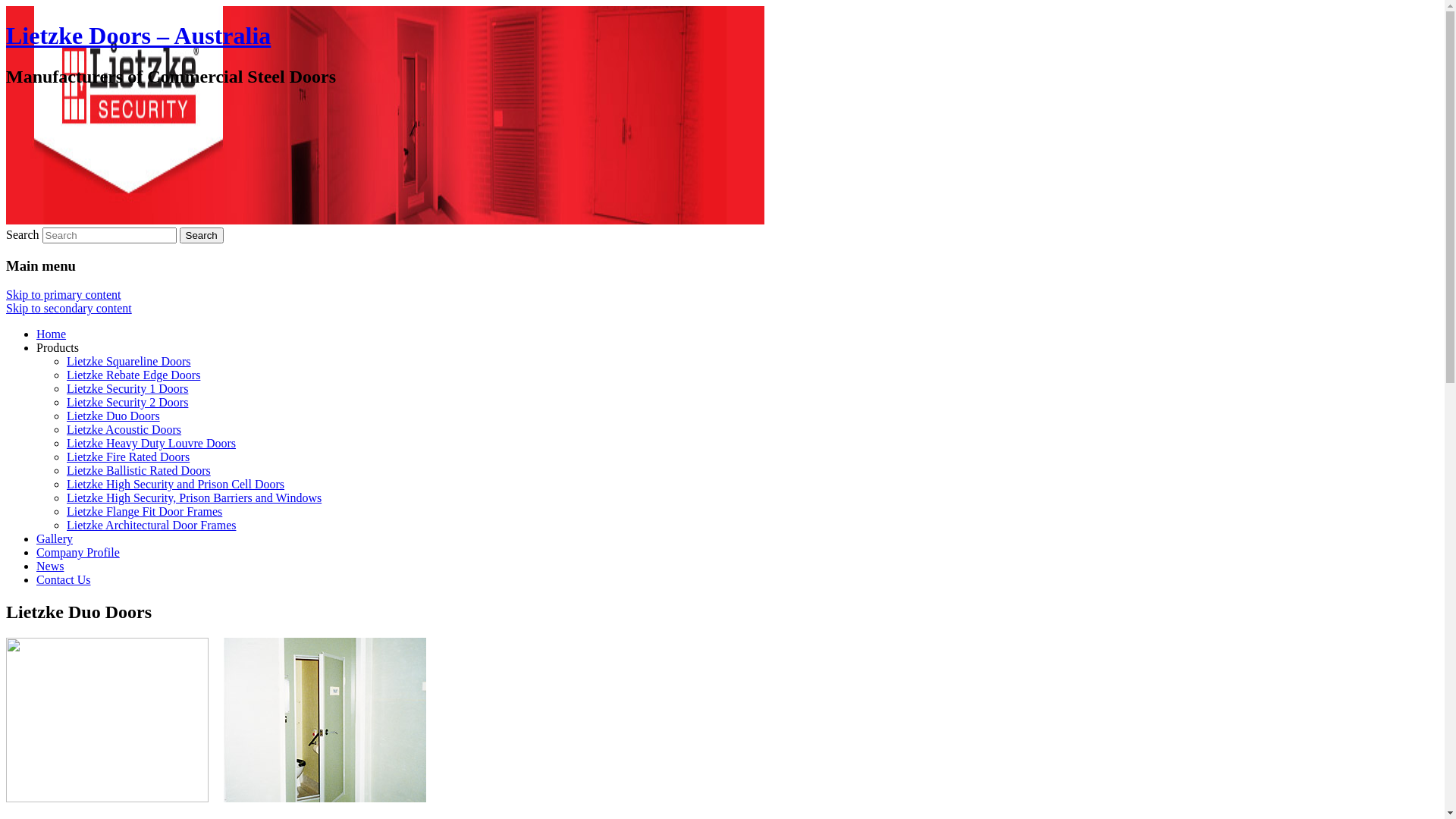 The image size is (1456, 819). What do you see at coordinates (62, 294) in the screenshot?
I see `'Skip to primary content'` at bounding box center [62, 294].